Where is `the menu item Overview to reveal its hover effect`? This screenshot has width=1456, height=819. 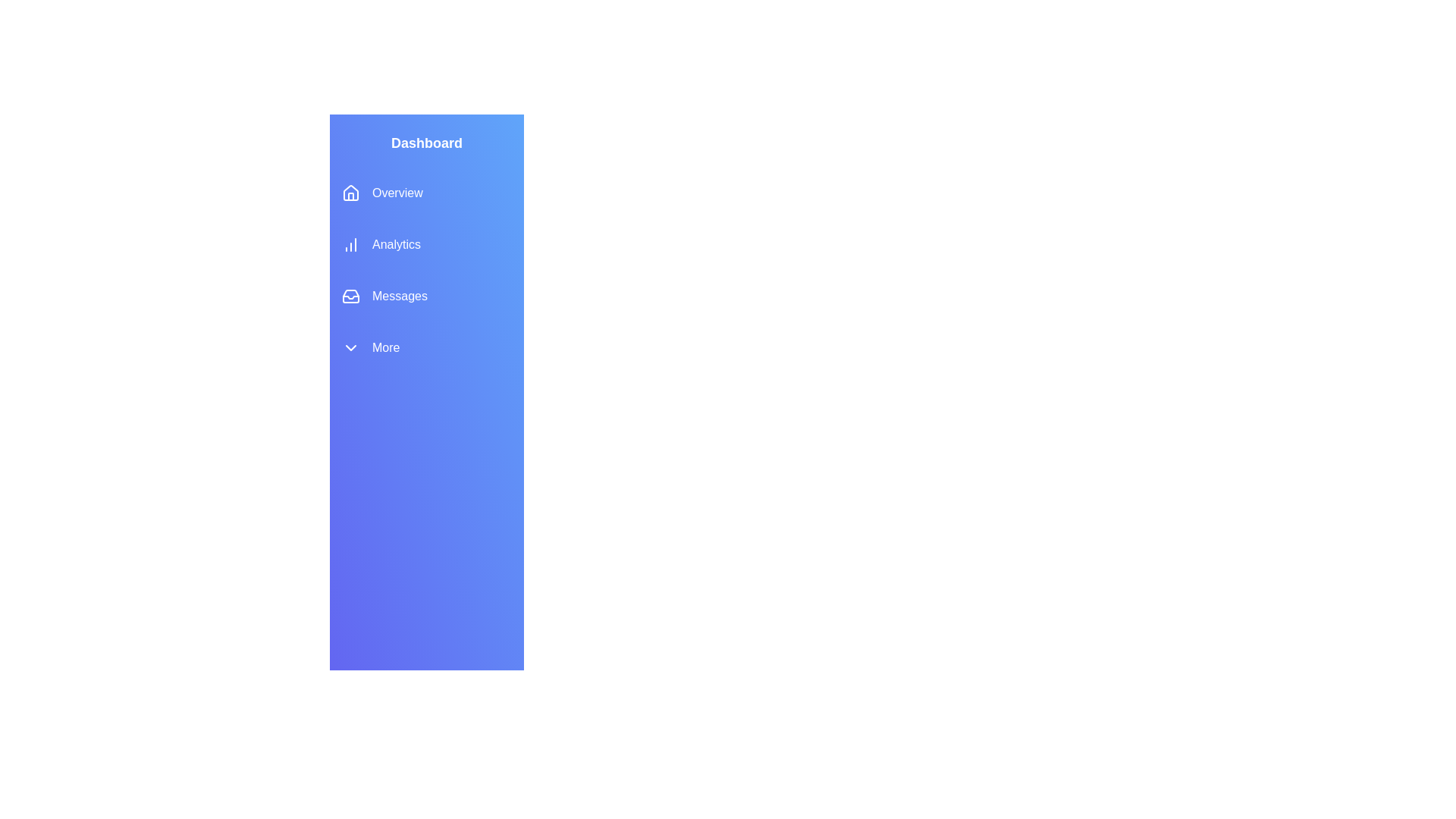
the menu item Overview to reveal its hover effect is located at coordinates (425, 192).